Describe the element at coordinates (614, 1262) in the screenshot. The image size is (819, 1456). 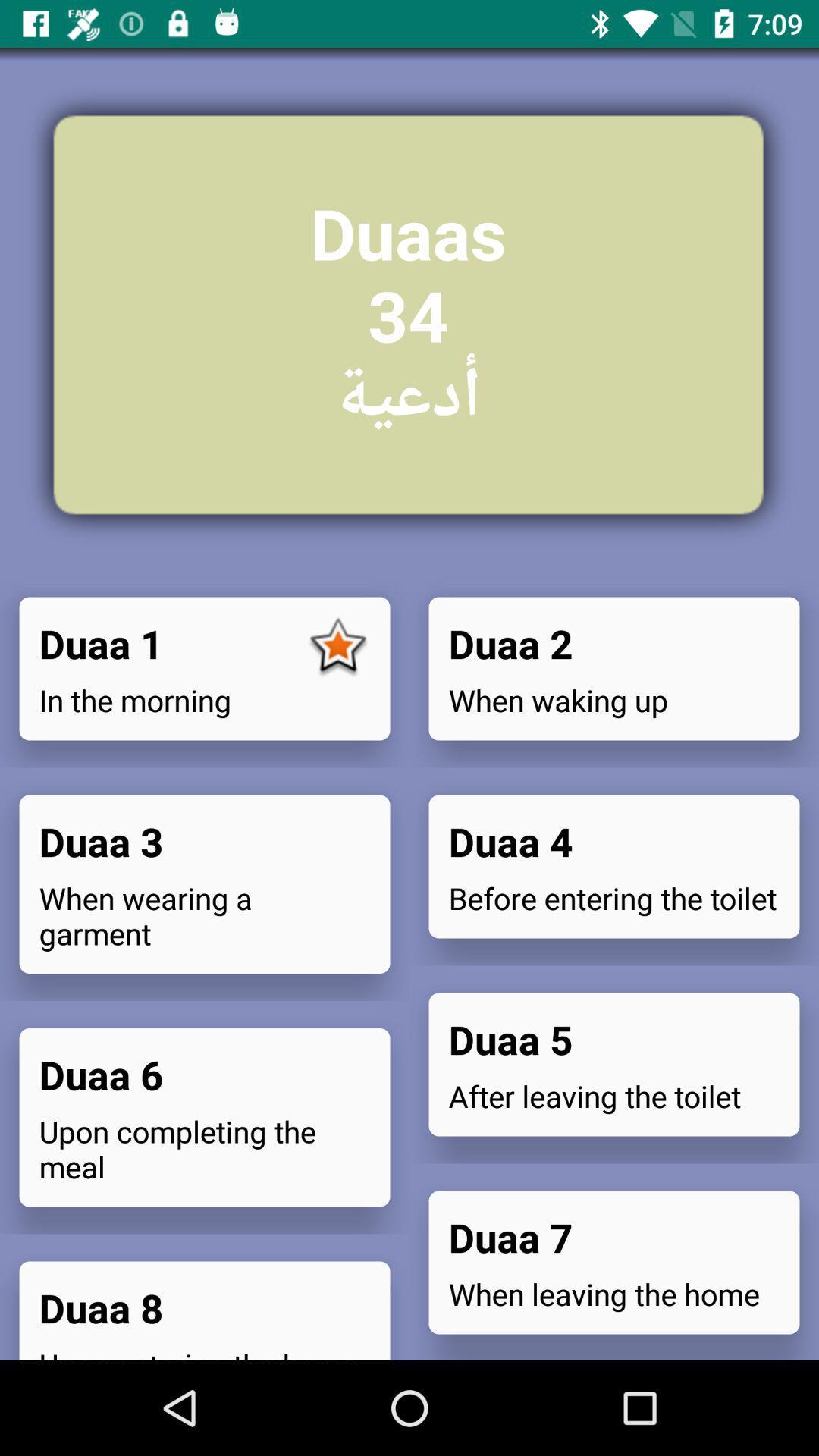
I see `icon on the right side of duaa 1` at that location.